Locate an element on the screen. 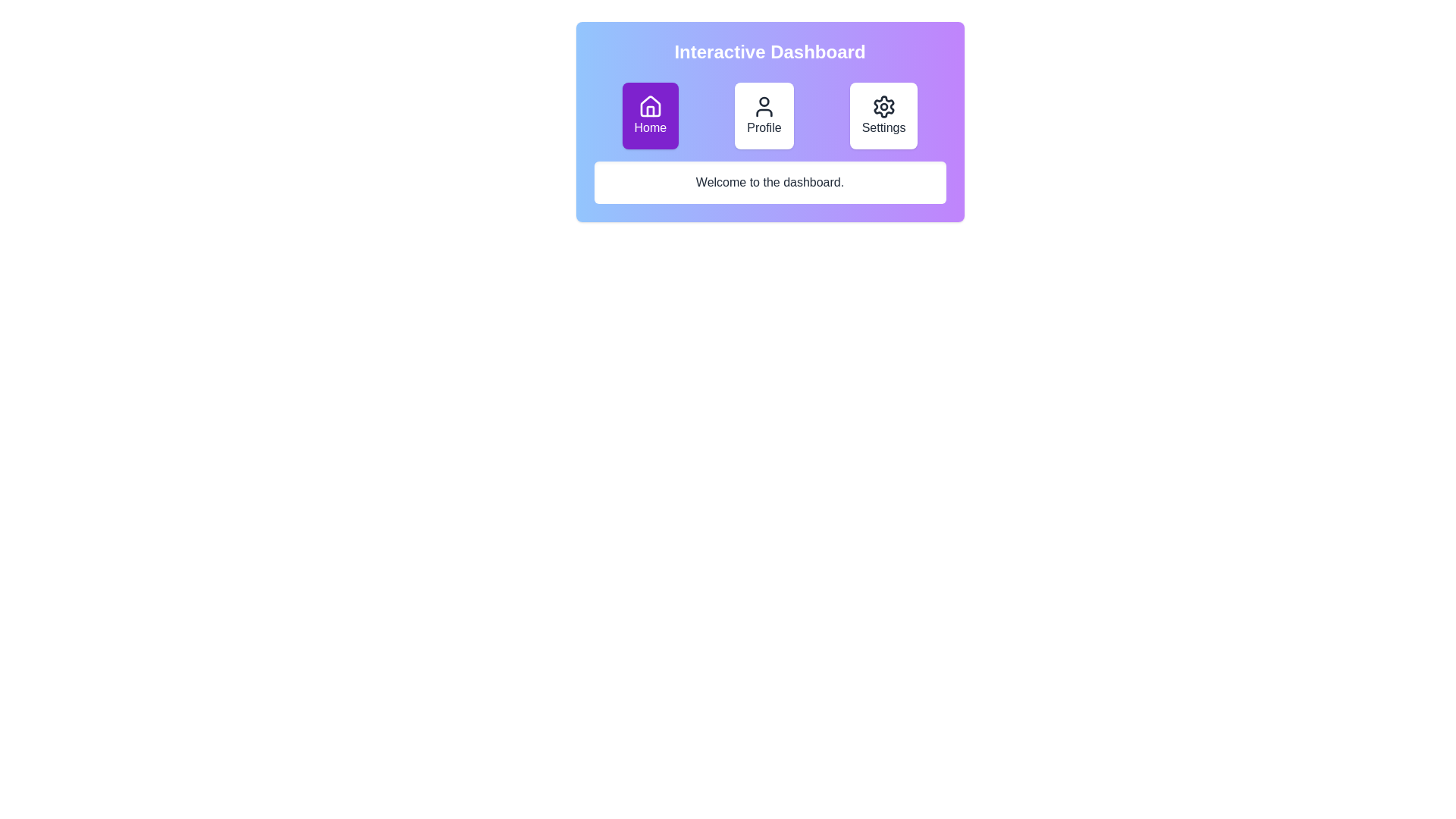 This screenshot has height=819, width=1456. the Settings button to observe its hover effect is located at coordinates (883, 115).